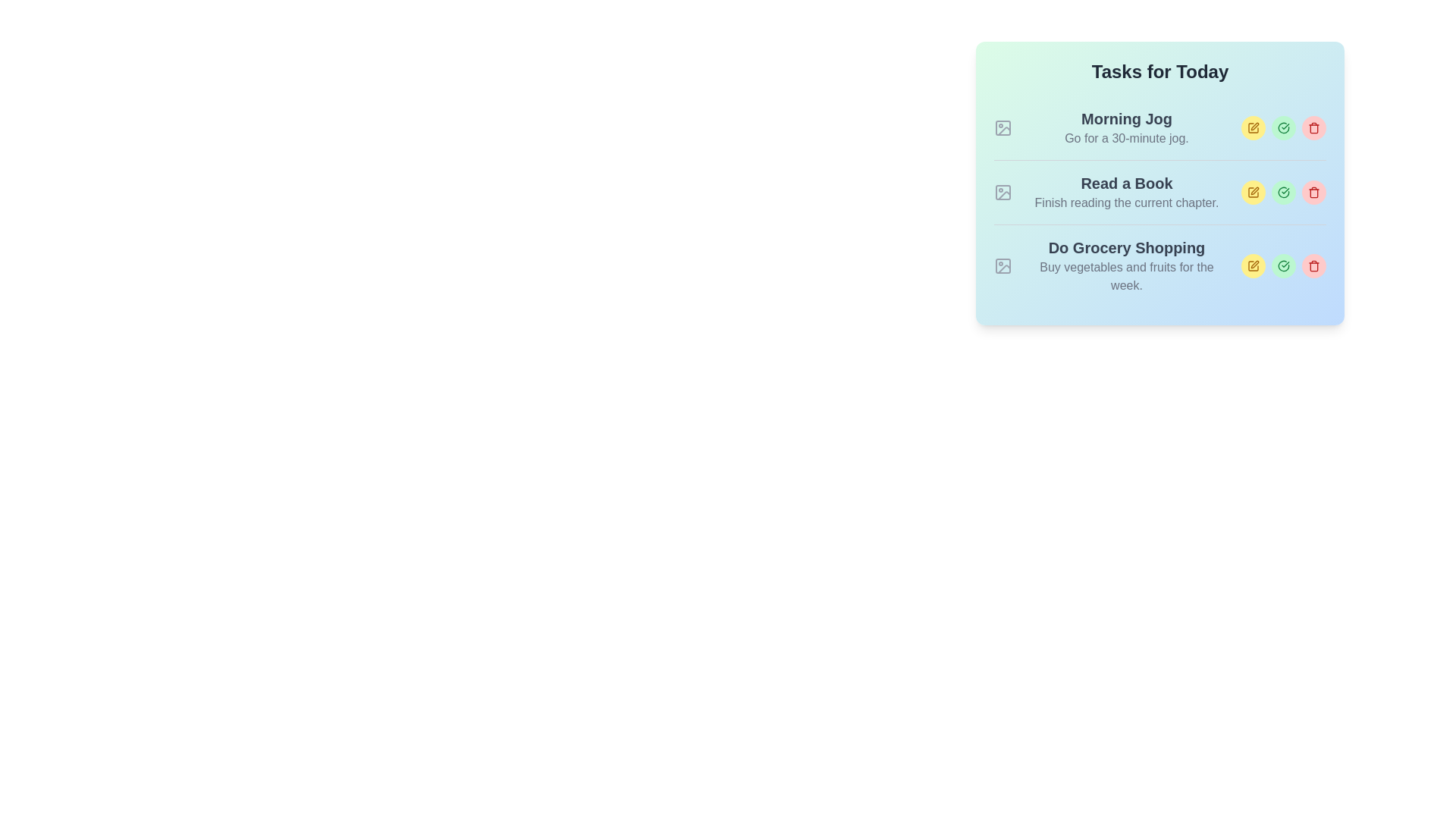  I want to click on the complete button of the second task item in the 'Tasks for Today' list to mark it as done, so click(1159, 191).